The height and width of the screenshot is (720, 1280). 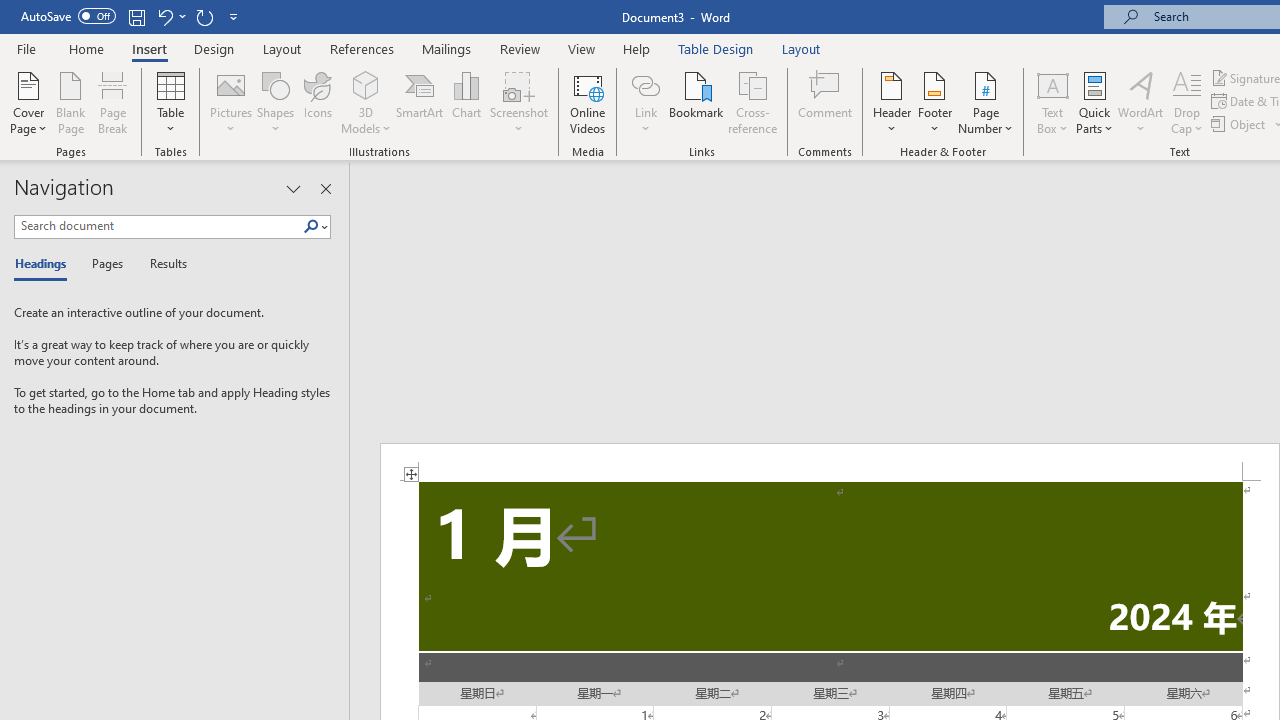 I want to click on 'Help', so click(x=636, y=48).